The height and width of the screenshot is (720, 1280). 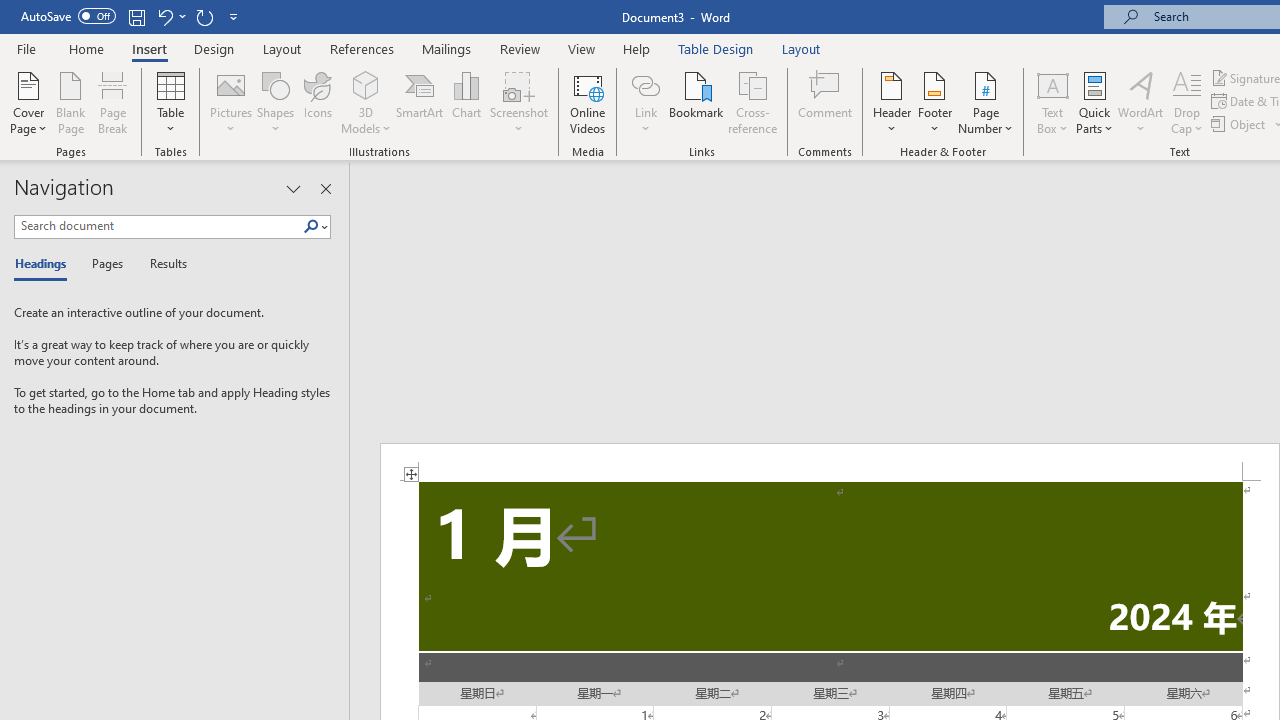 I want to click on 'Help', so click(x=636, y=48).